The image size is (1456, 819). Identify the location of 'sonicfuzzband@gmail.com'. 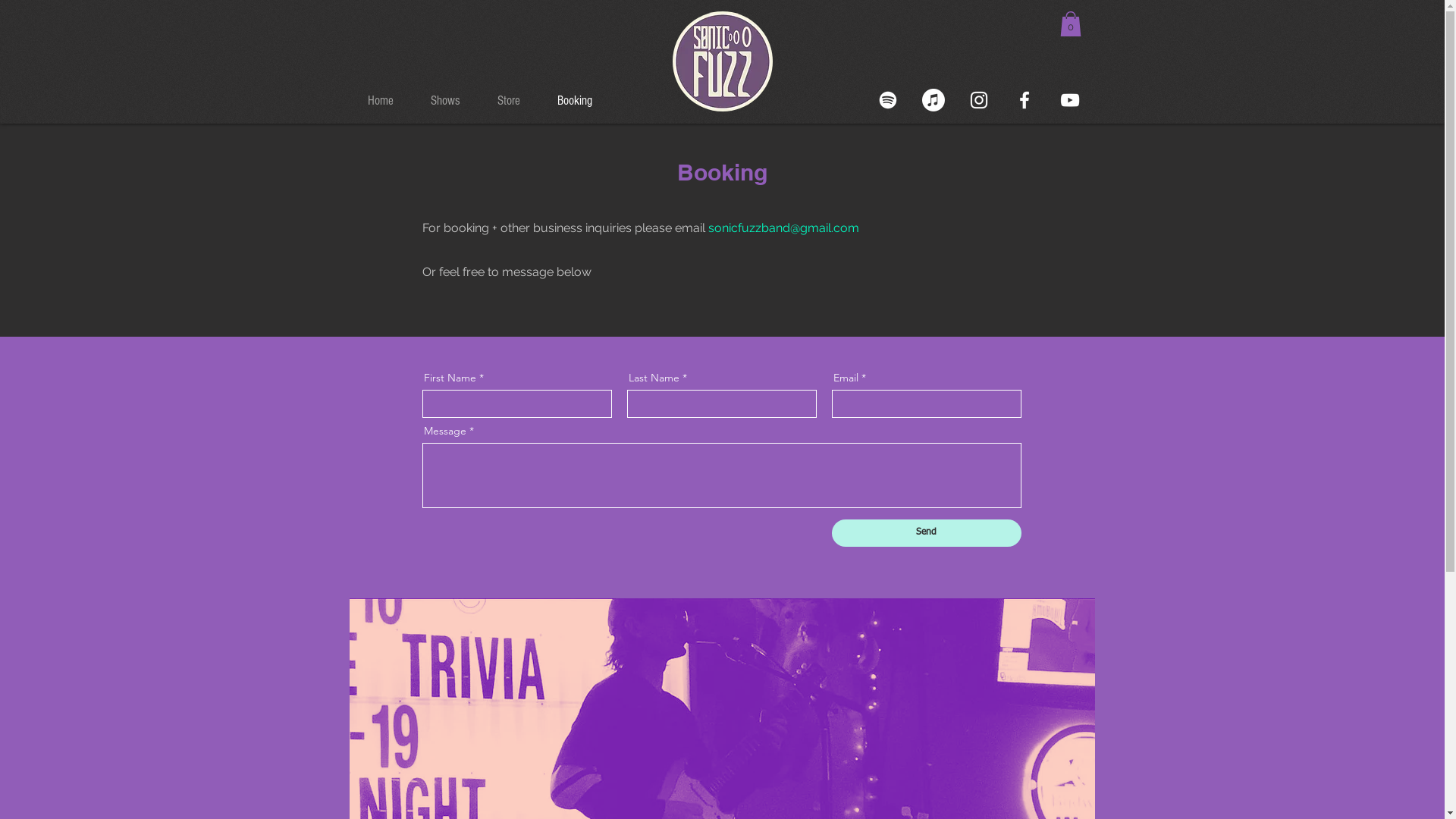
(783, 227).